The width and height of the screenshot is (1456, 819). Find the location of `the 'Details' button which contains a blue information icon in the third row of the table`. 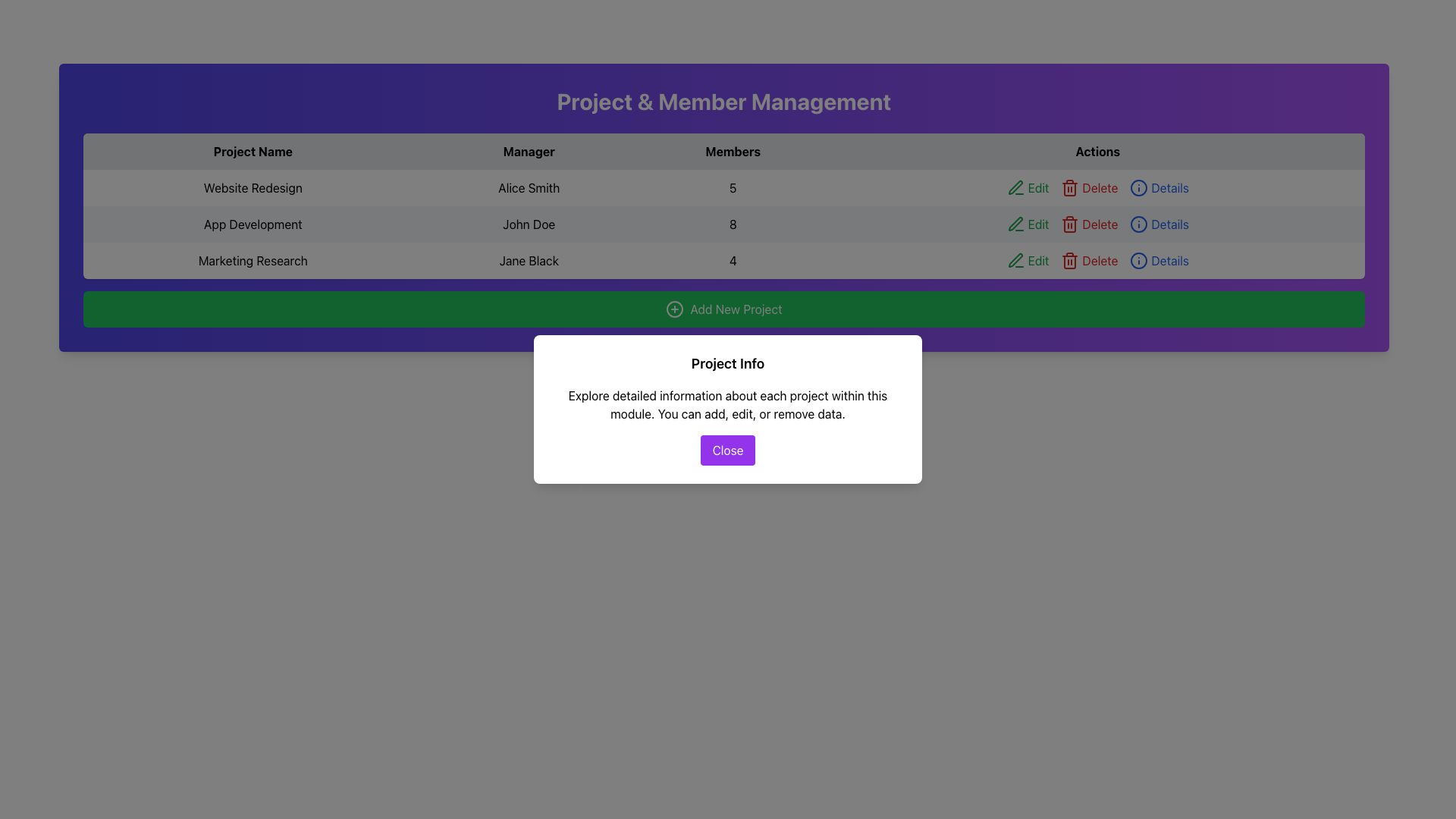

the 'Details' button which contains a blue information icon in the third row of the table is located at coordinates (1139, 224).